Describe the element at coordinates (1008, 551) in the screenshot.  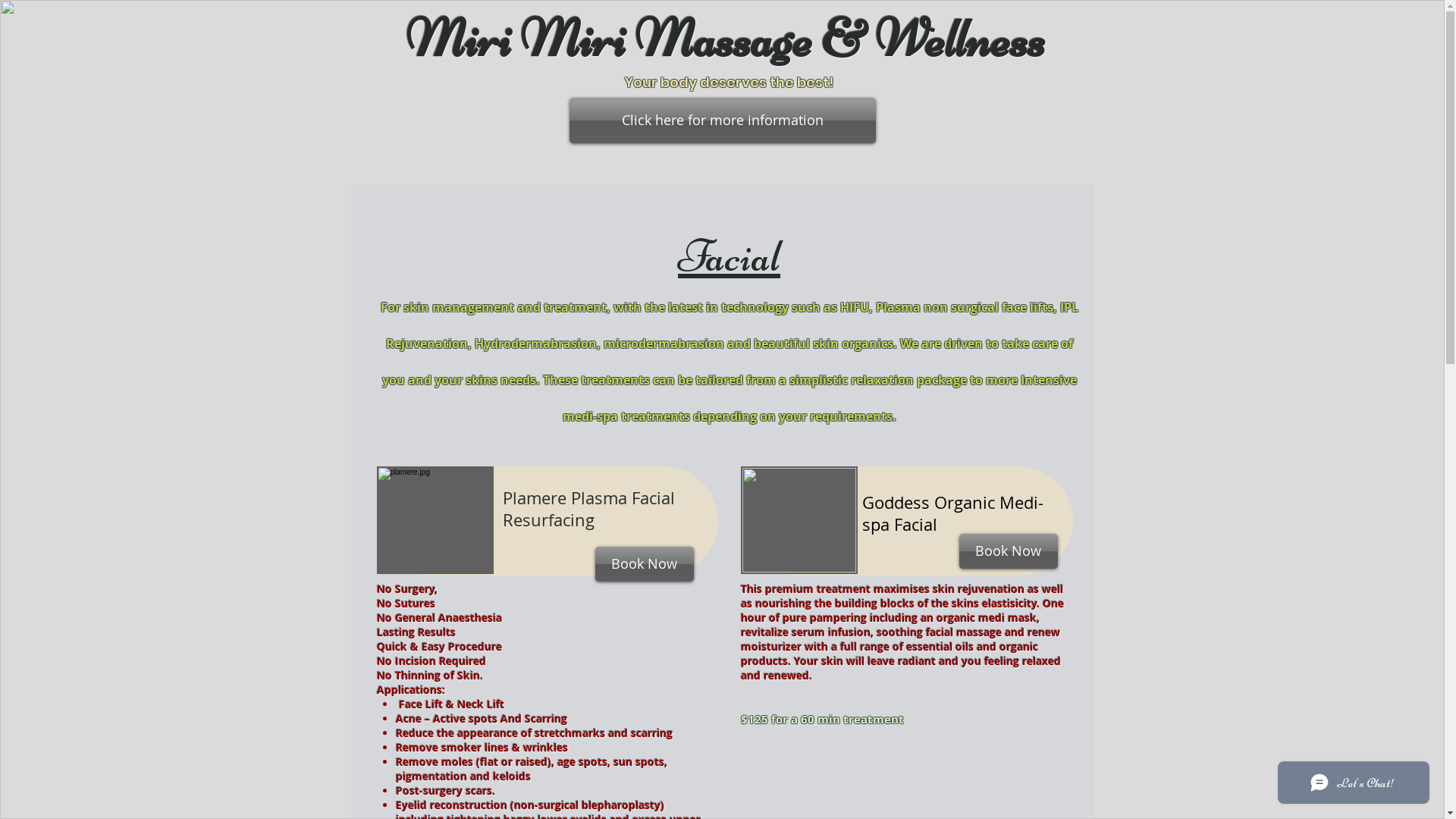
I see `'Book Now'` at that location.